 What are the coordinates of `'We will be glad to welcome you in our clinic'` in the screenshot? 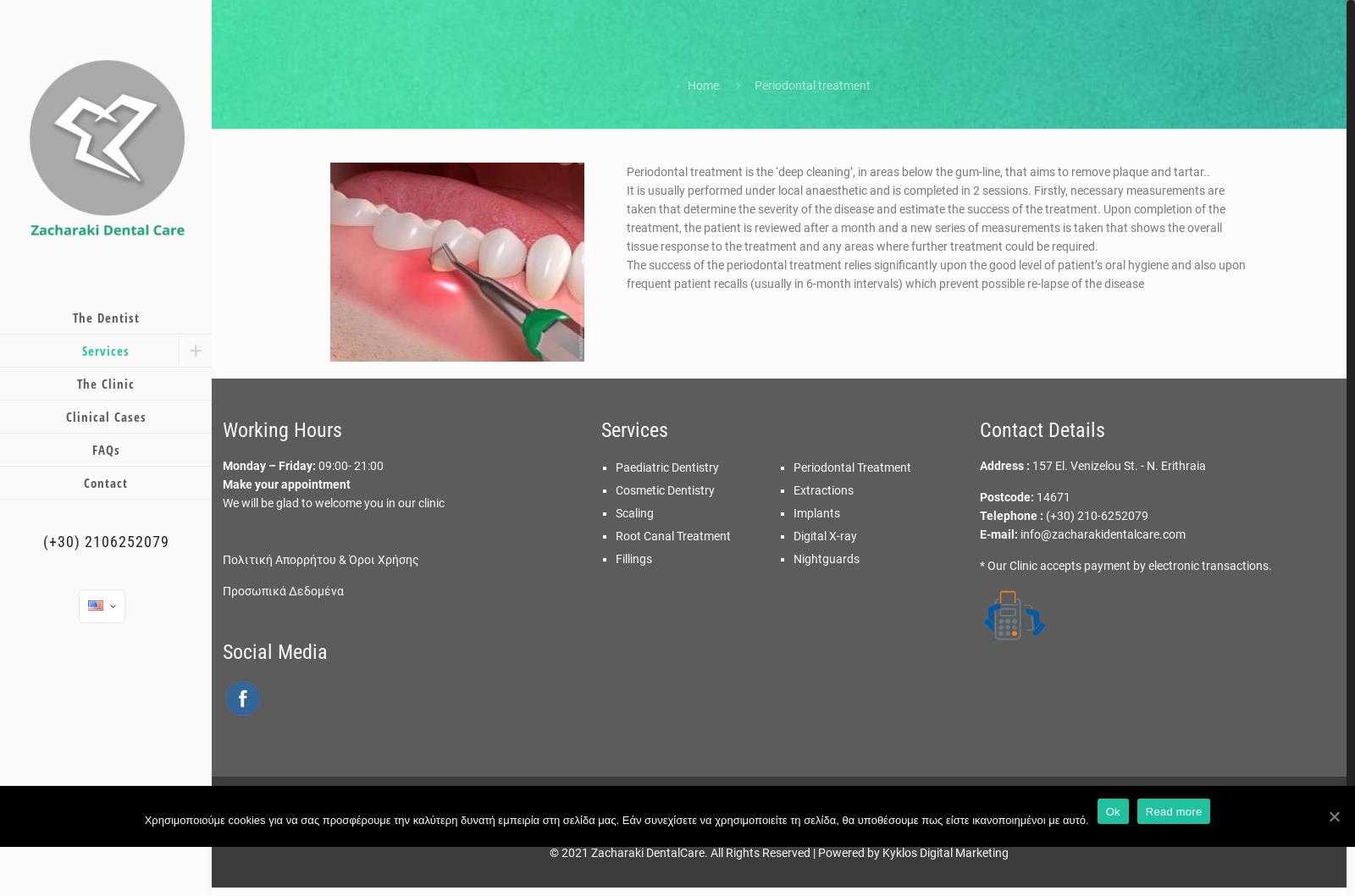 It's located at (333, 502).